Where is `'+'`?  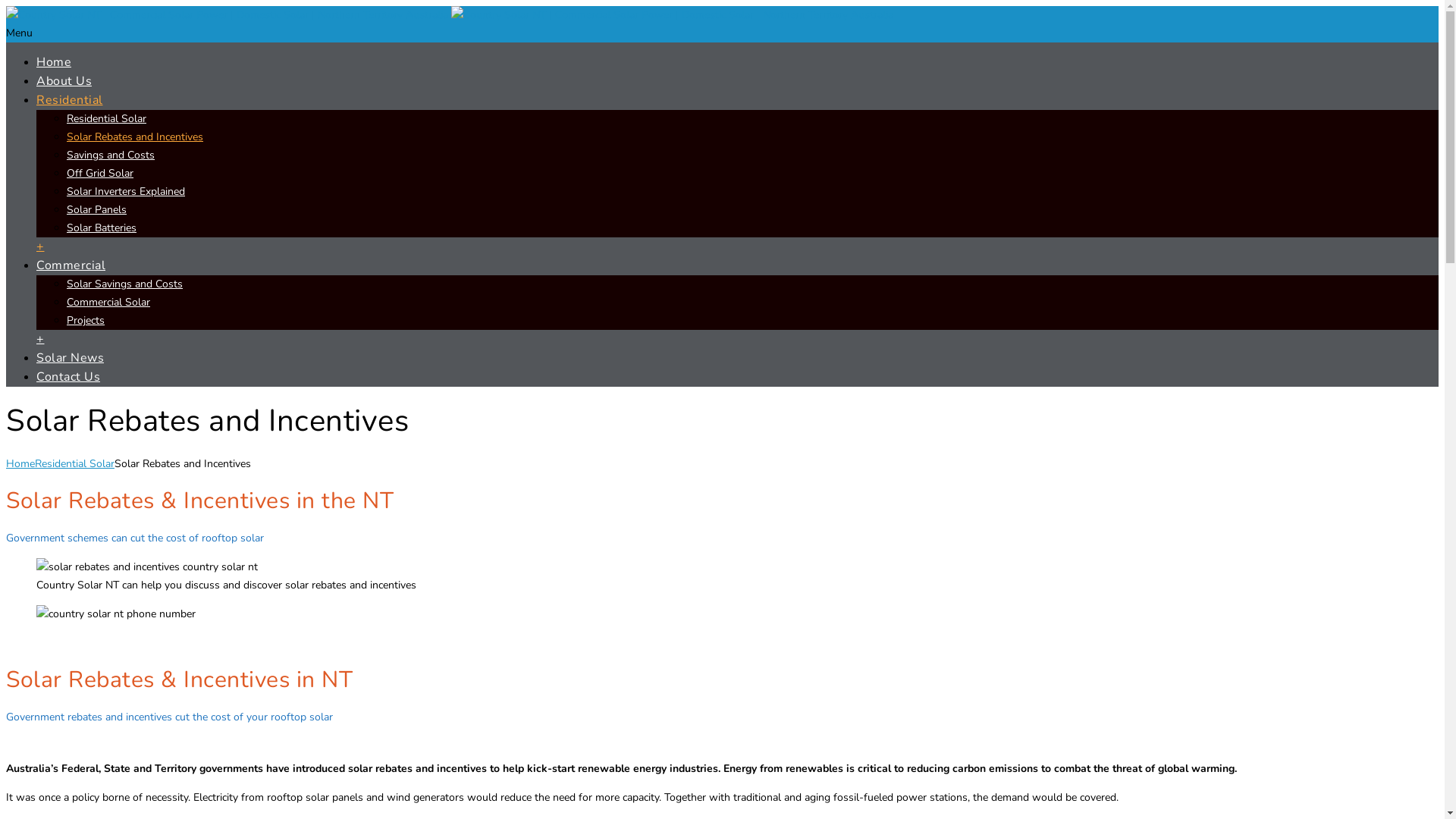
'+' is located at coordinates (40, 245).